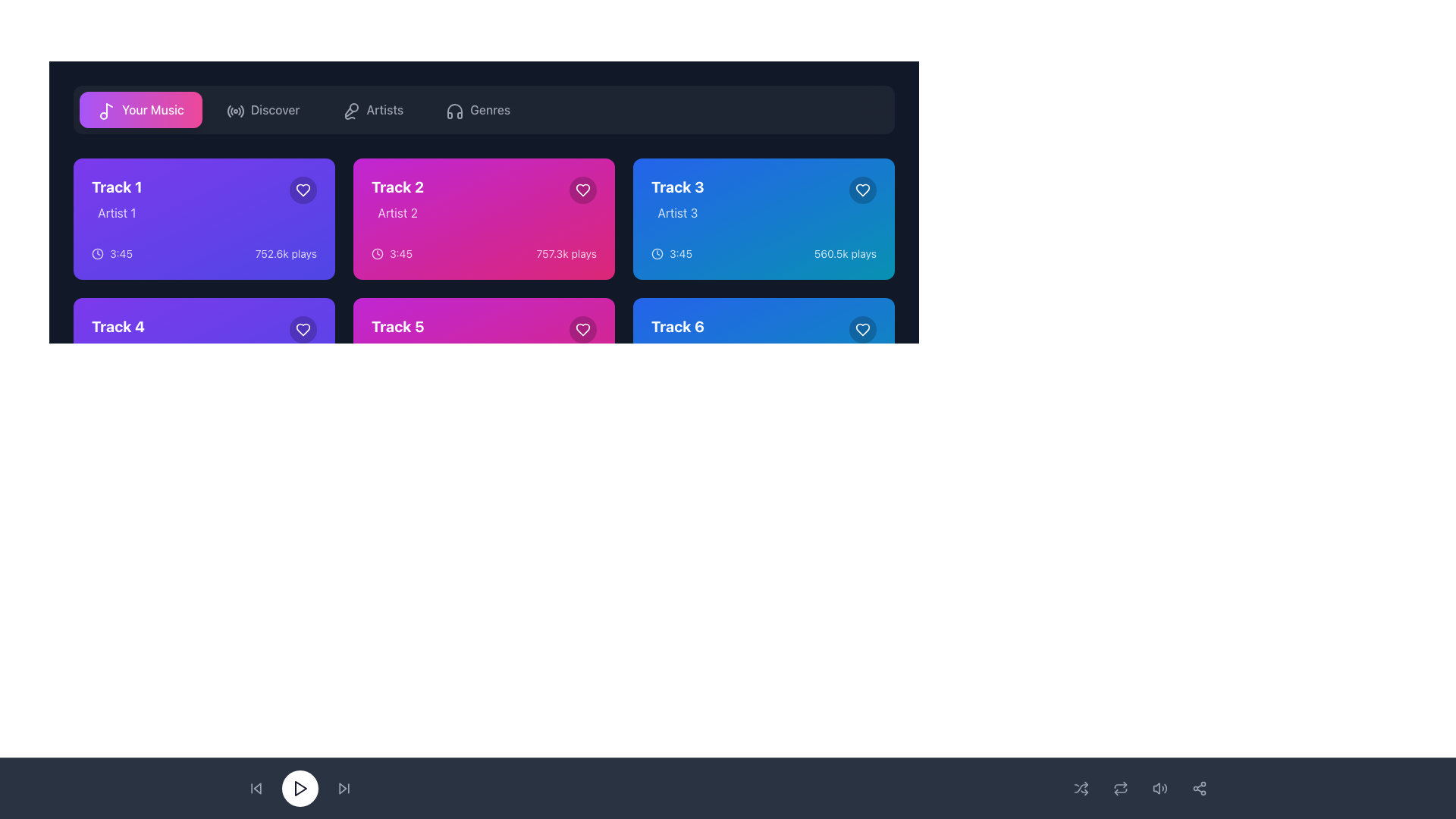 The width and height of the screenshot is (1456, 819). Describe the element at coordinates (105, 110) in the screenshot. I see `the 'Your Music' button in the navigation bar, which contains a music note icon on the left side of the button text` at that location.